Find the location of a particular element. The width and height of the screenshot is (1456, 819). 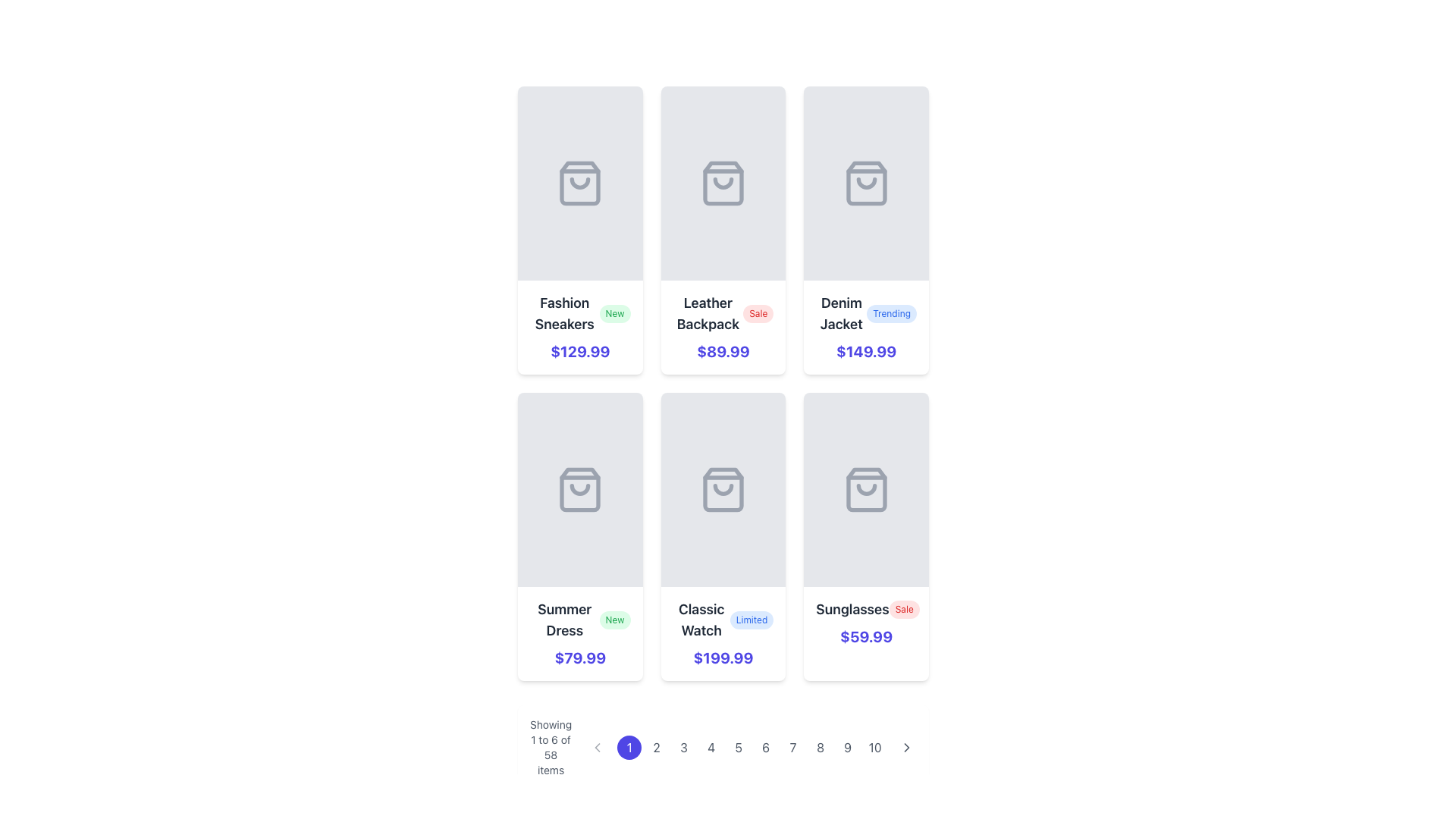

the informational text with the title 'Fashion Sneakers' and the status label 'New' in the top-left product card of the grid layout is located at coordinates (579, 312).